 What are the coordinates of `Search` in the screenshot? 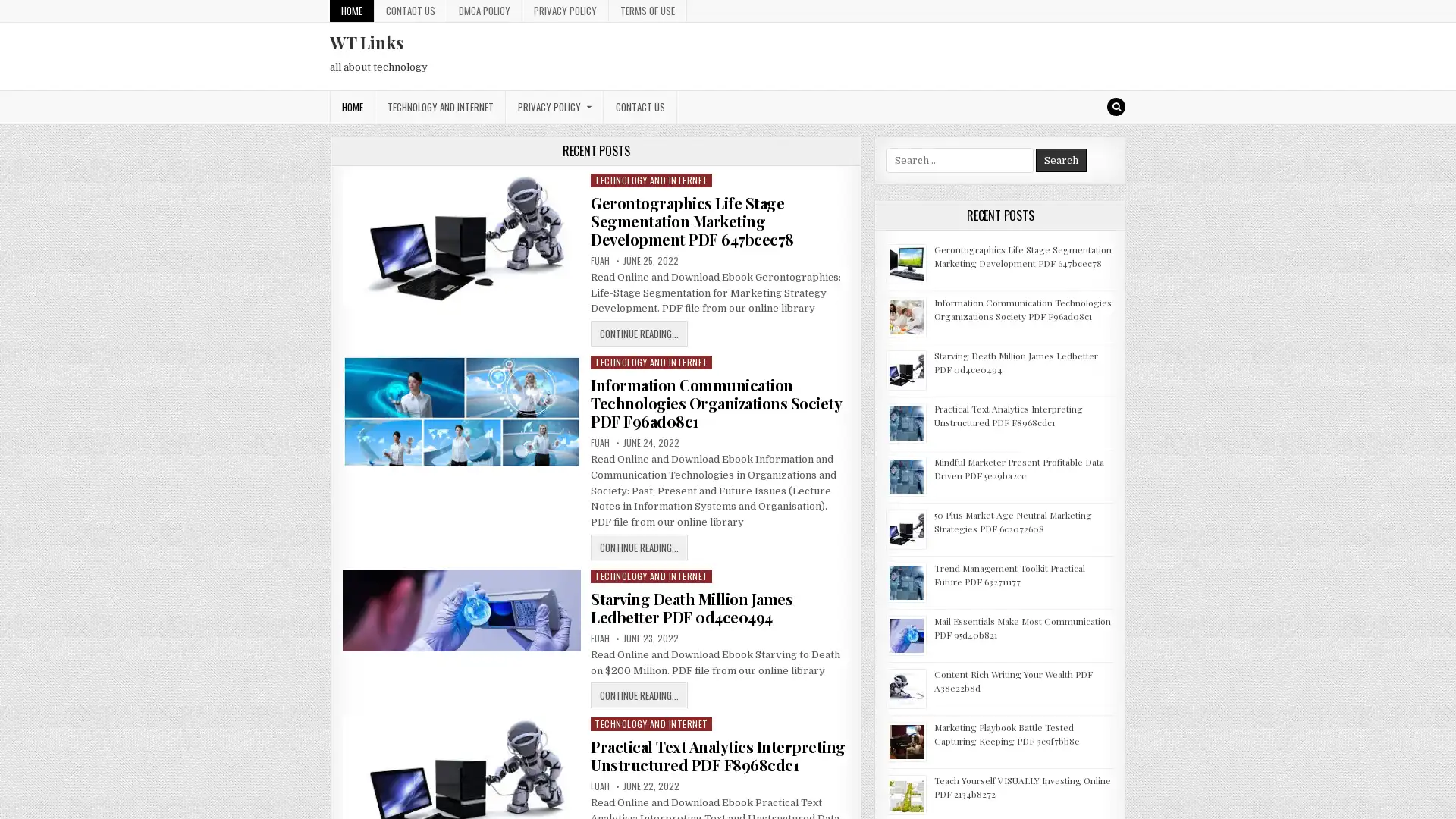 It's located at (1060, 160).